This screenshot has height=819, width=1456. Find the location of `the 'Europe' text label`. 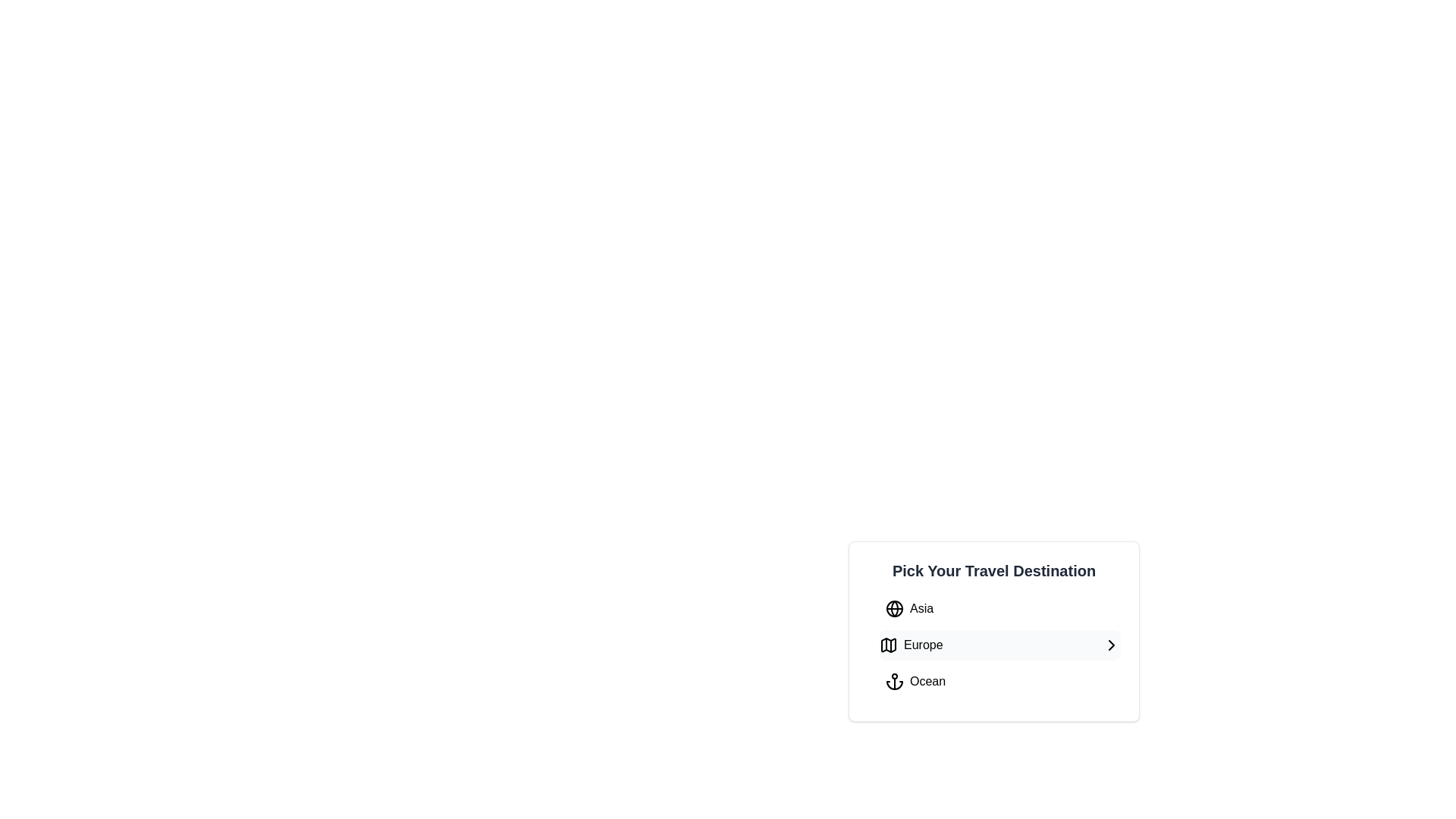

the 'Europe' text label is located at coordinates (922, 645).